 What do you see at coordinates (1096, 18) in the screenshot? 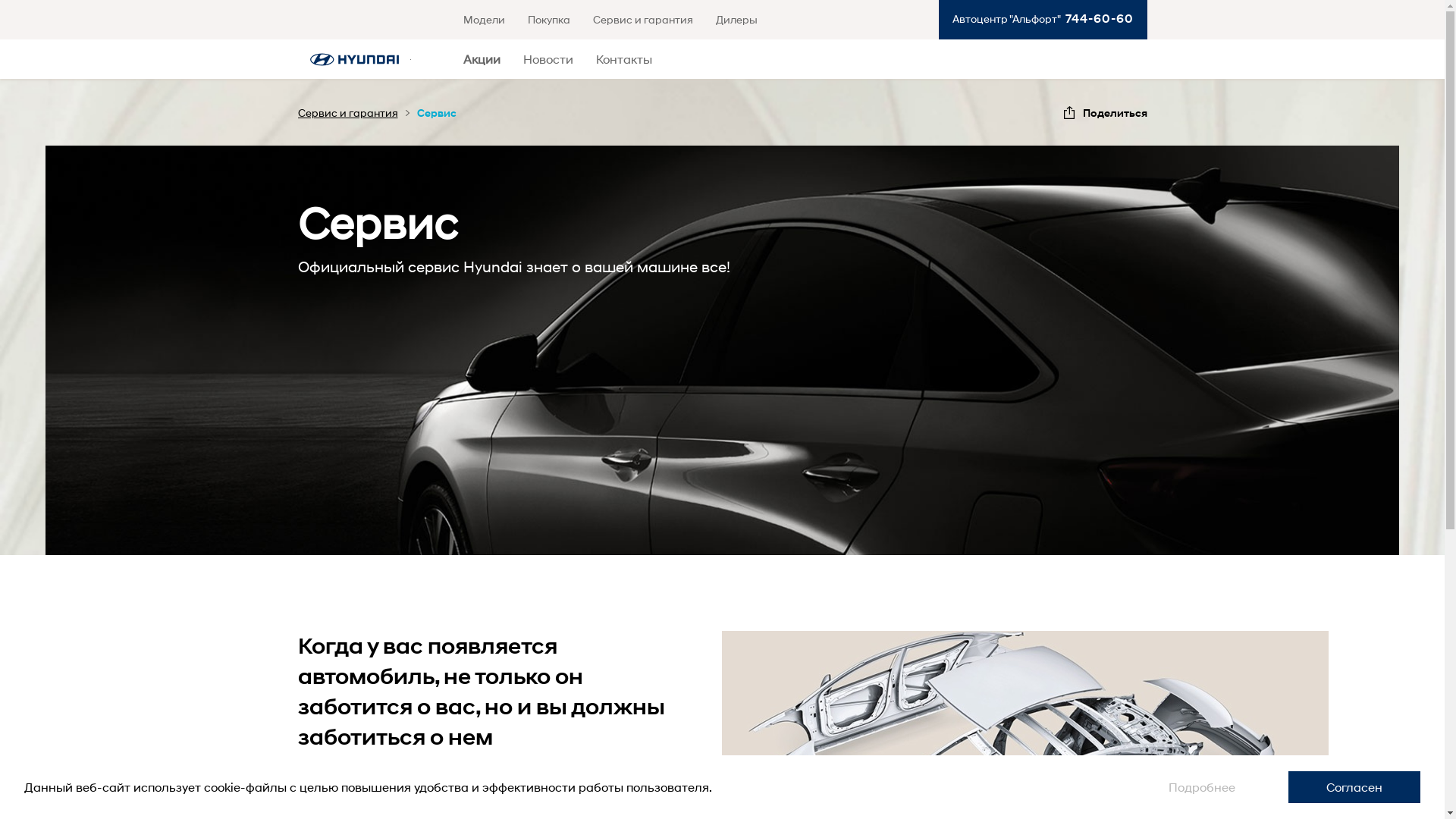
I see `'744-60-60'` at bounding box center [1096, 18].